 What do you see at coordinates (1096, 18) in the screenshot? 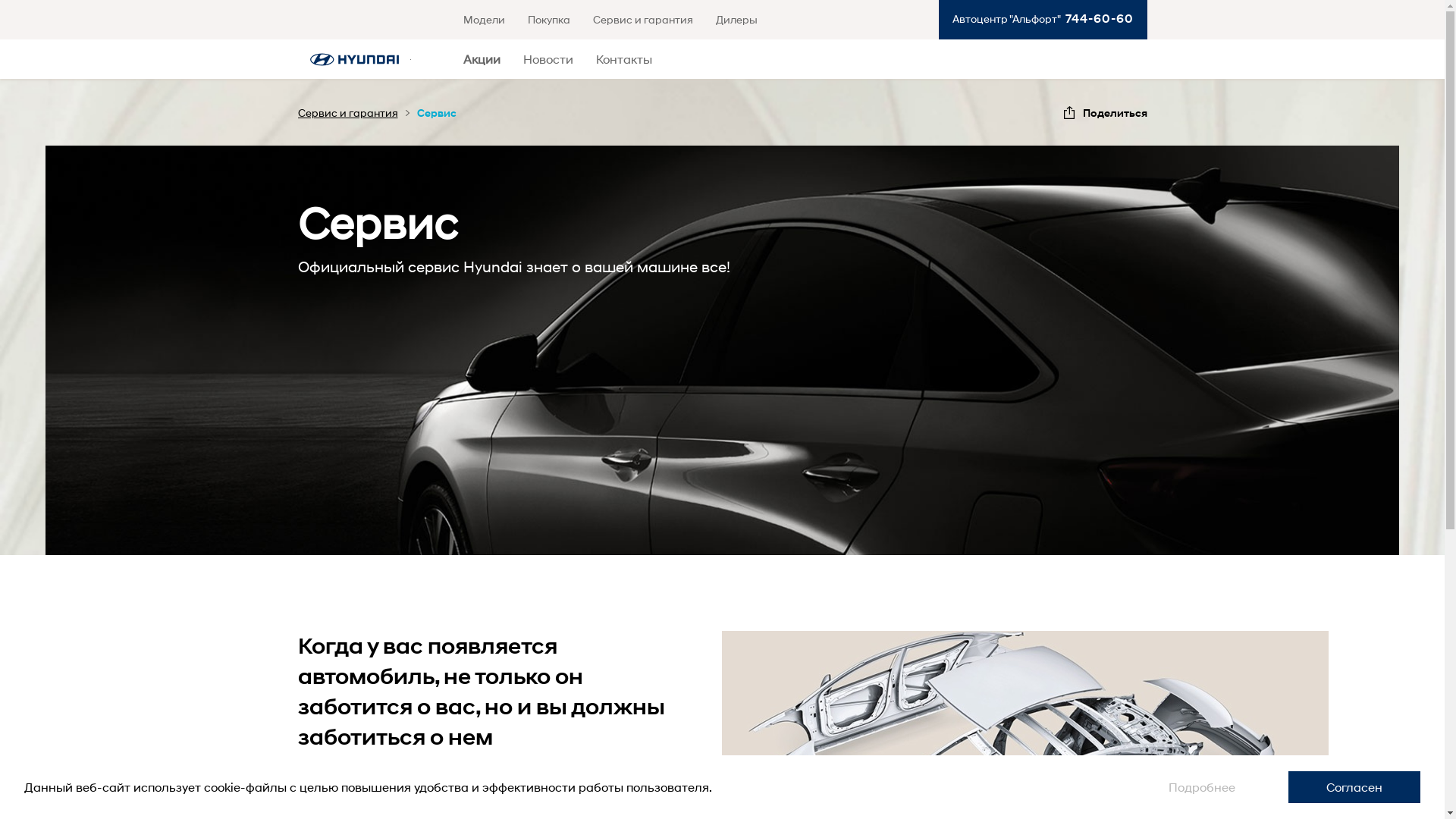
I see `'744-60-60'` at bounding box center [1096, 18].